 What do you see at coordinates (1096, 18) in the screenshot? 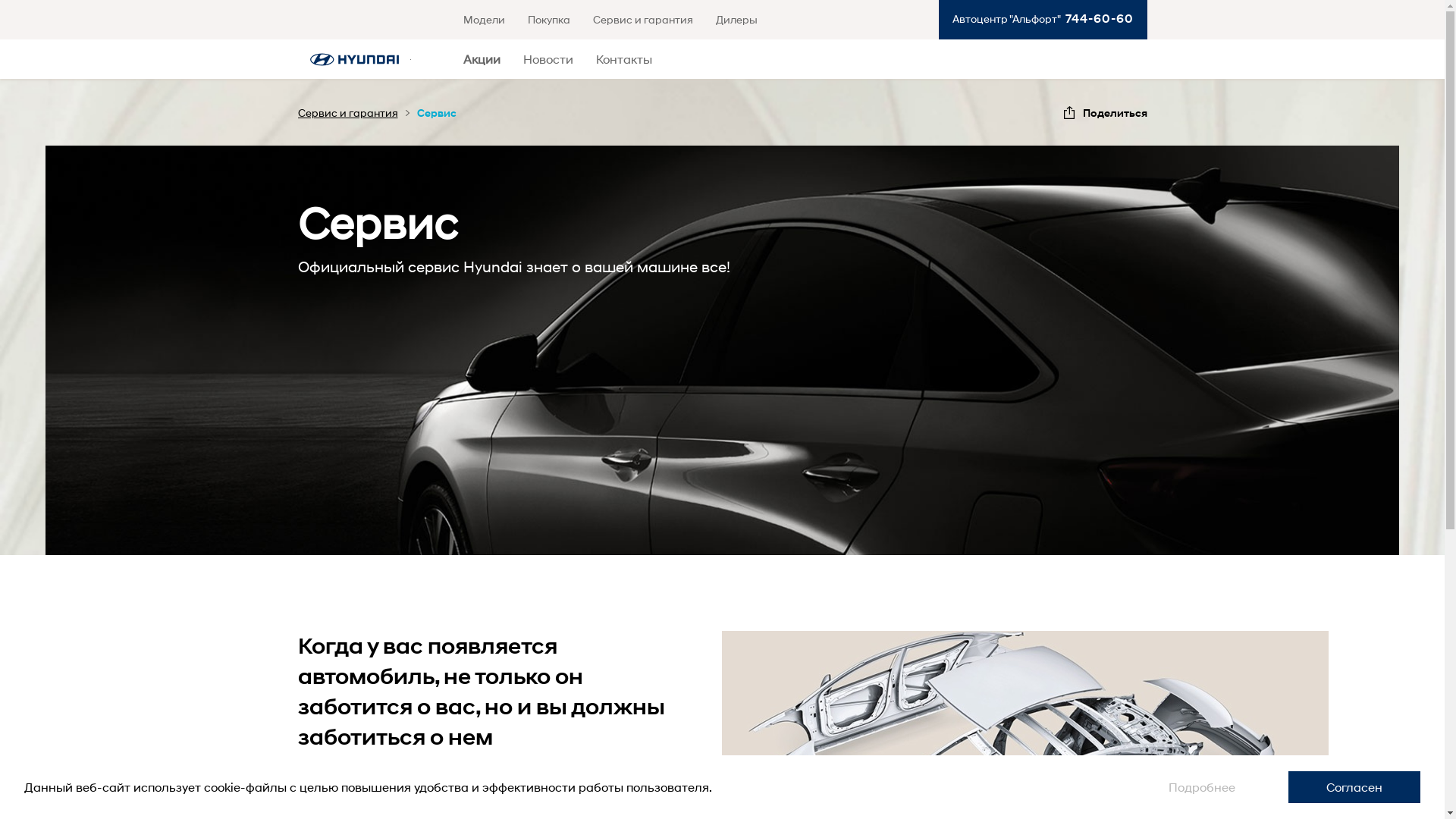
I see `'744-60-60'` at bounding box center [1096, 18].